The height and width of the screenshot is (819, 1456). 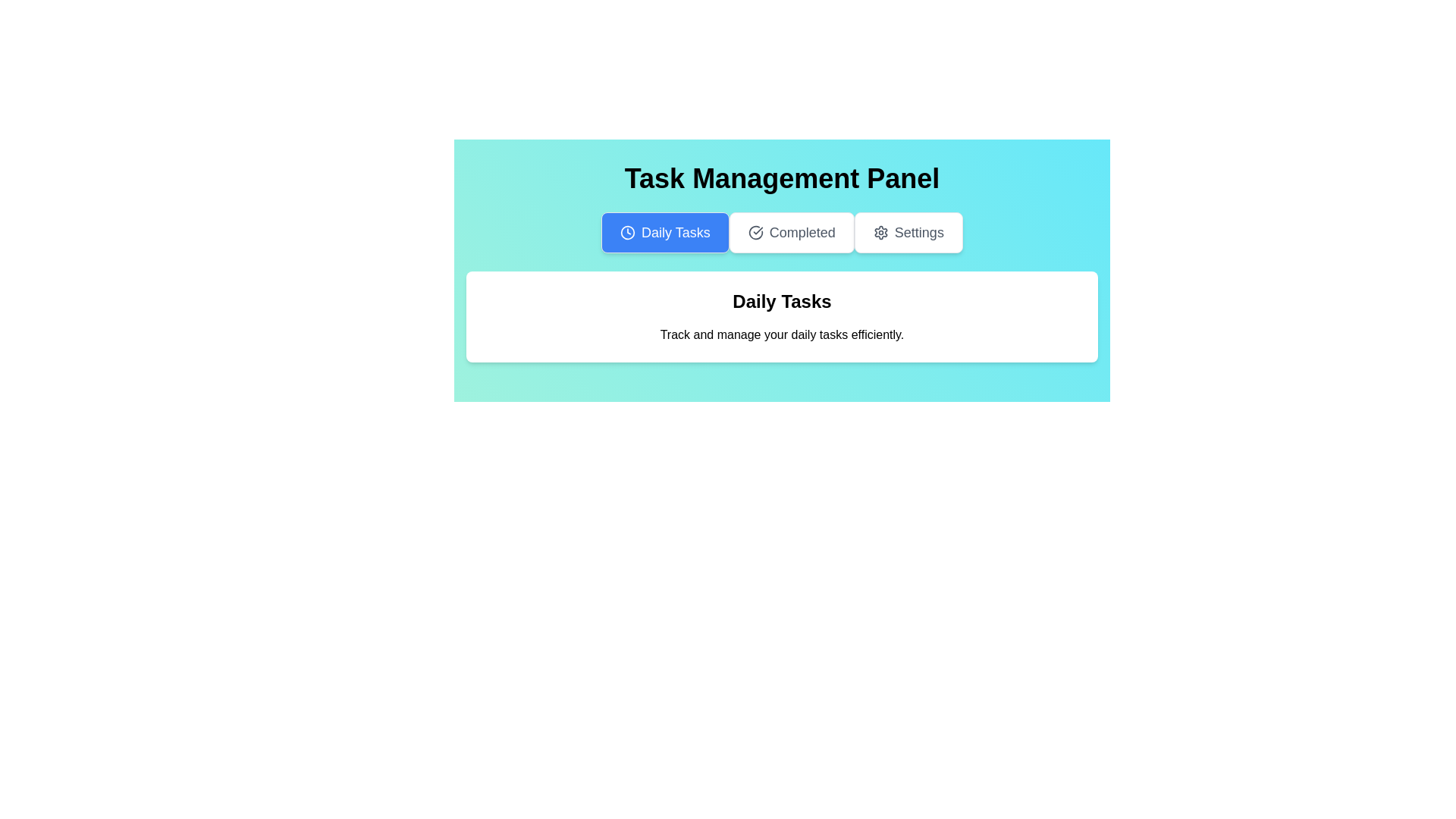 I want to click on the visual gear icon in the 'Settings' button group, which is the third button from the left in the button row below the 'Task Management Panel' header, so click(x=880, y=233).